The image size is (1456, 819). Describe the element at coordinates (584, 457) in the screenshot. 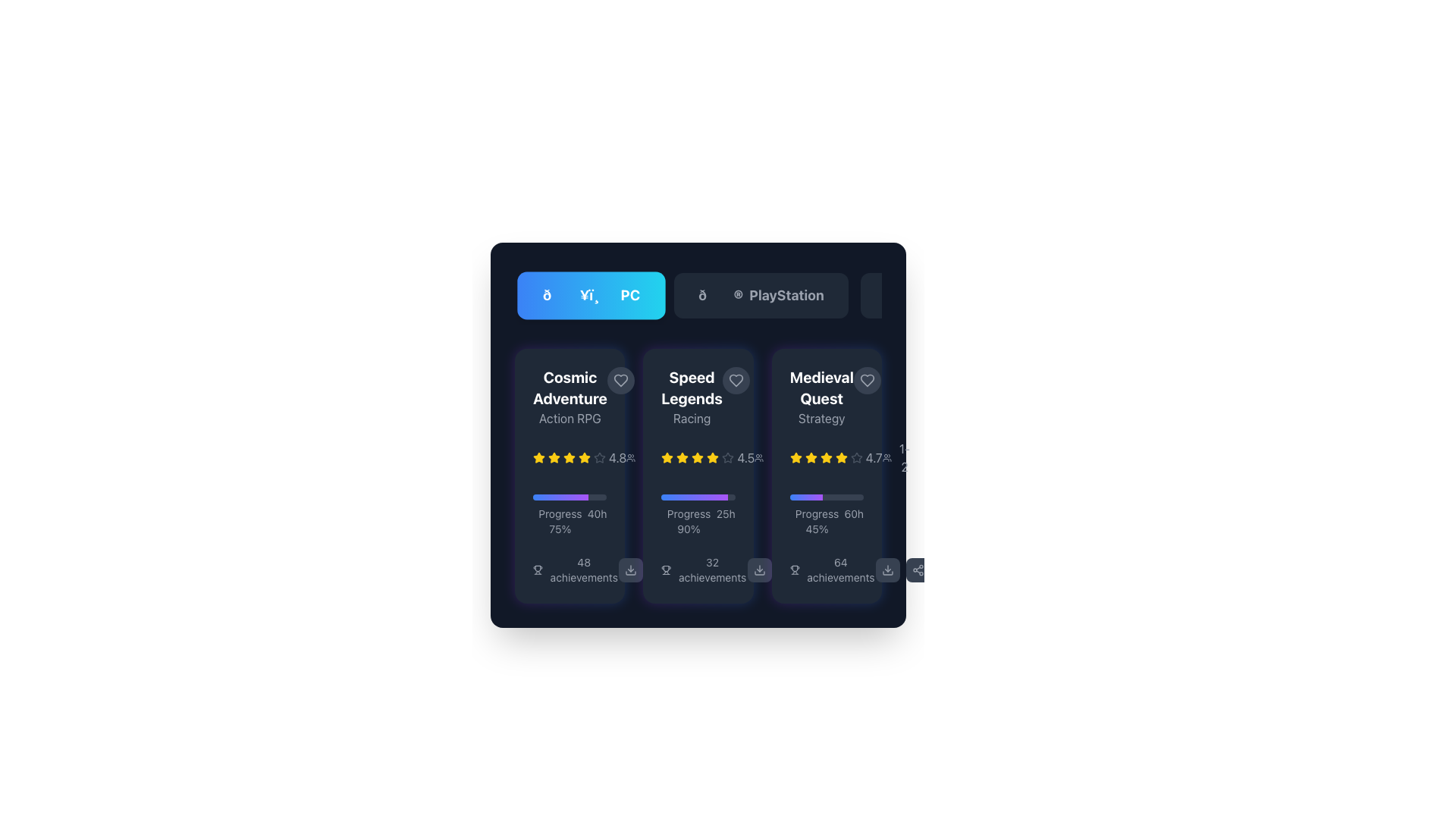

I see `the sixth star icon, which is a filled yellow star representing a rating in a sequence of star icons, located to the right of the text '4.8'` at that location.